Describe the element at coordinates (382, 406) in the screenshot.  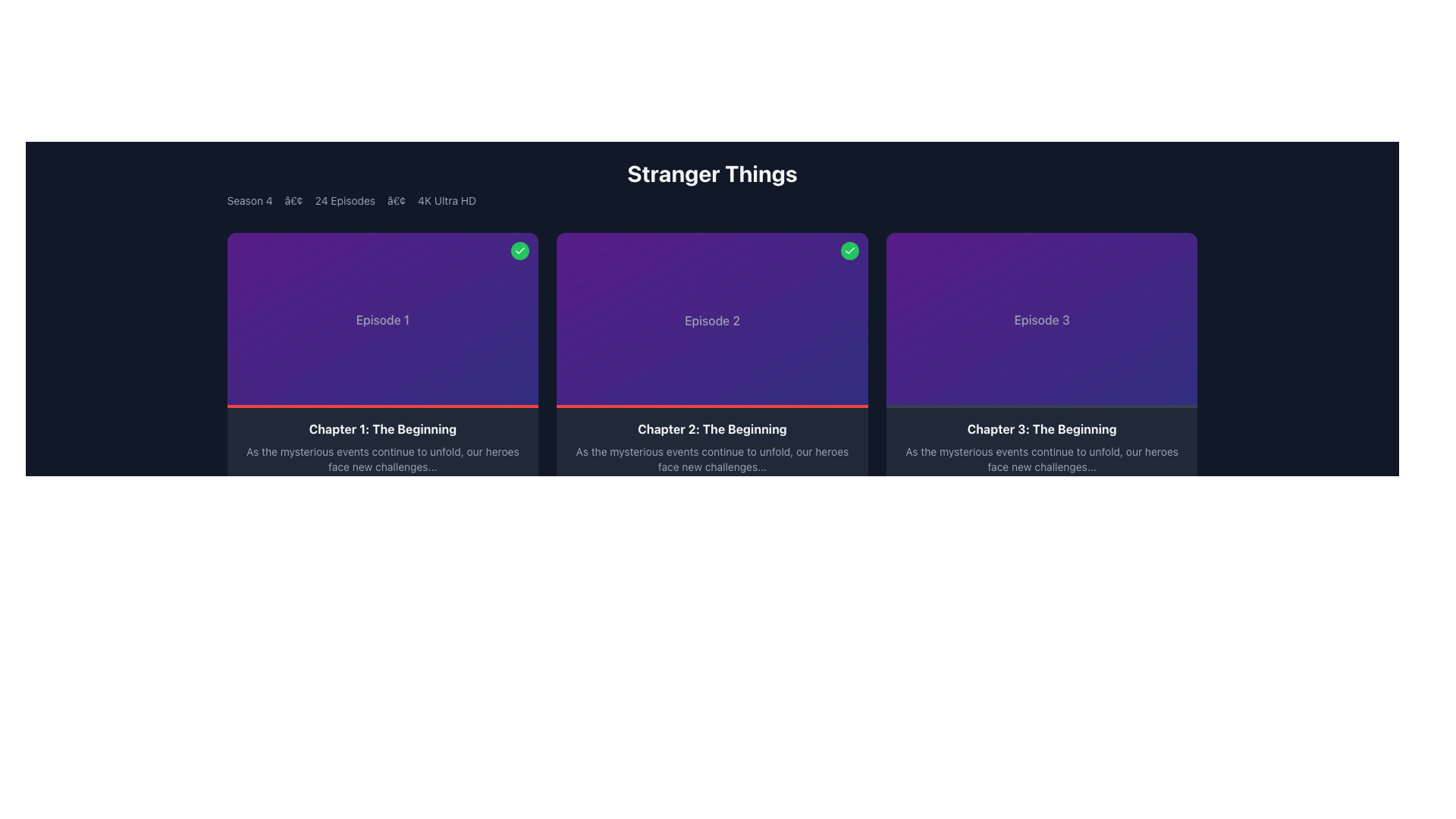
I see `the progress bar located at the bottom of the 'Episode 1' card, which visually represents the progress or completion of an action` at that location.